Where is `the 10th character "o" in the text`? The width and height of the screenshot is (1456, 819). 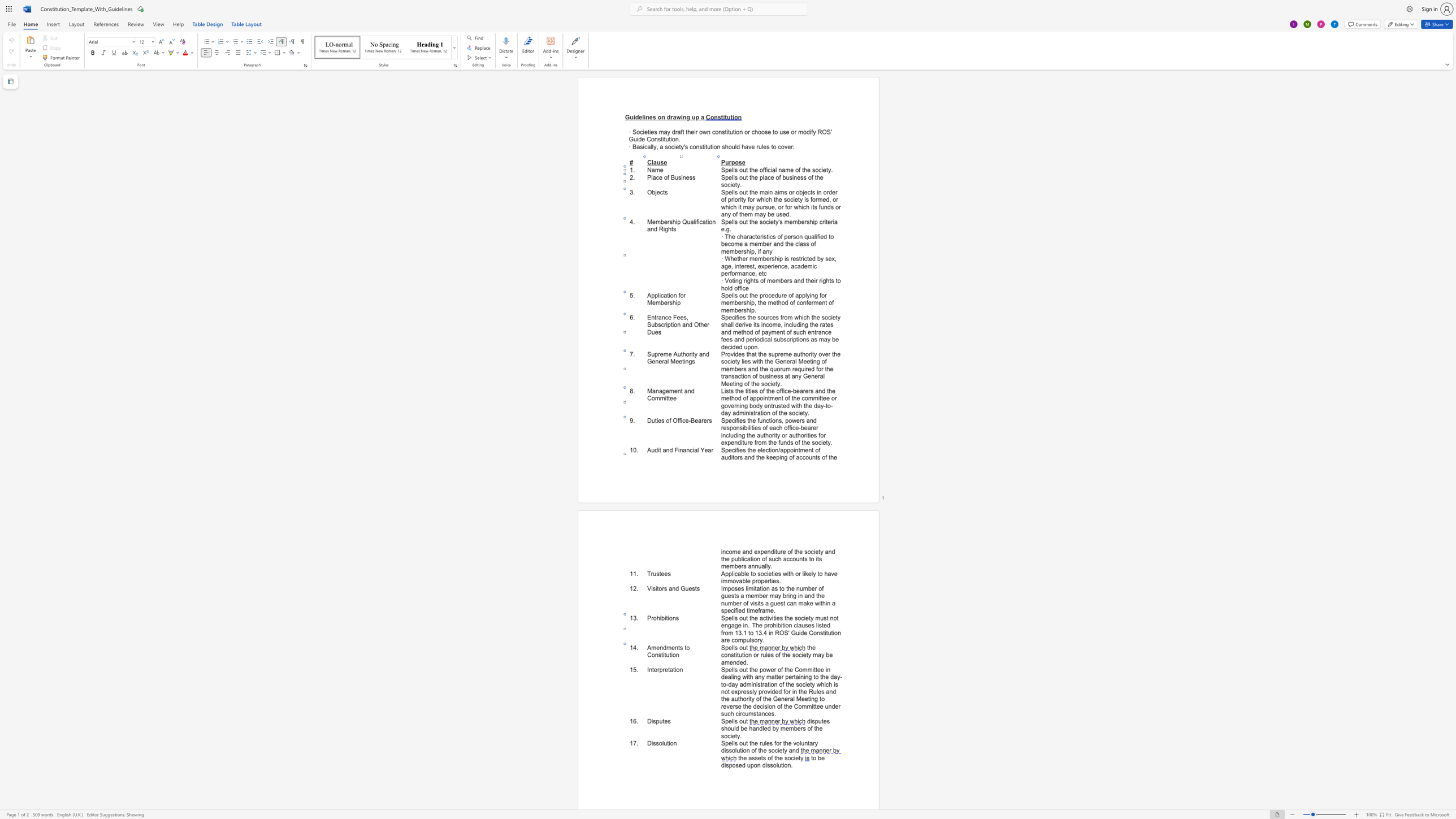
the 10th character "o" in the text is located at coordinates (735, 640).